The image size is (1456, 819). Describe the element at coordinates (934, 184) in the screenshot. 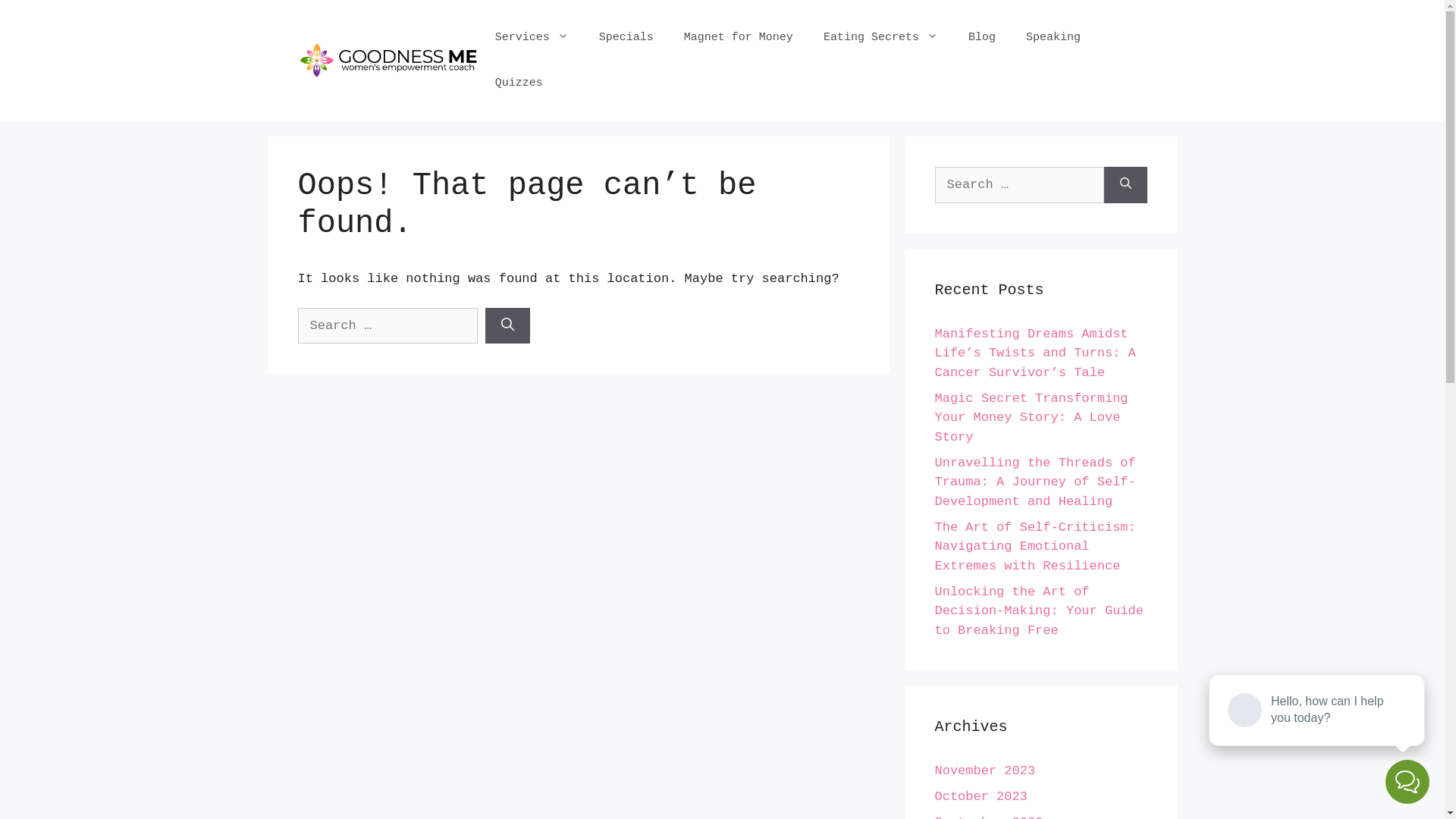

I see `'Search for:'` at that location.